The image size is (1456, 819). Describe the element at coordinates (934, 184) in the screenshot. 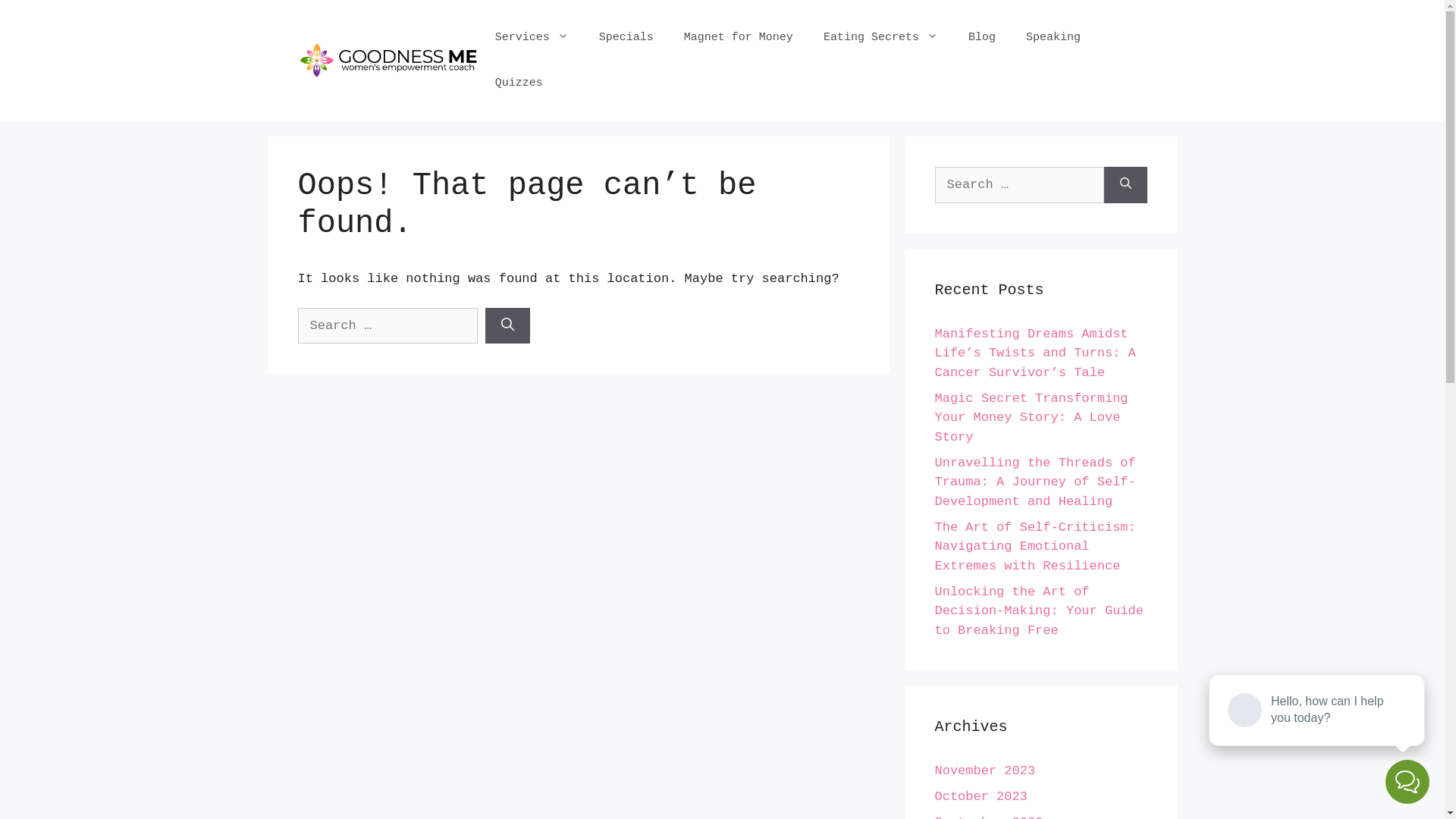

I see `'Search for:'` at that location.